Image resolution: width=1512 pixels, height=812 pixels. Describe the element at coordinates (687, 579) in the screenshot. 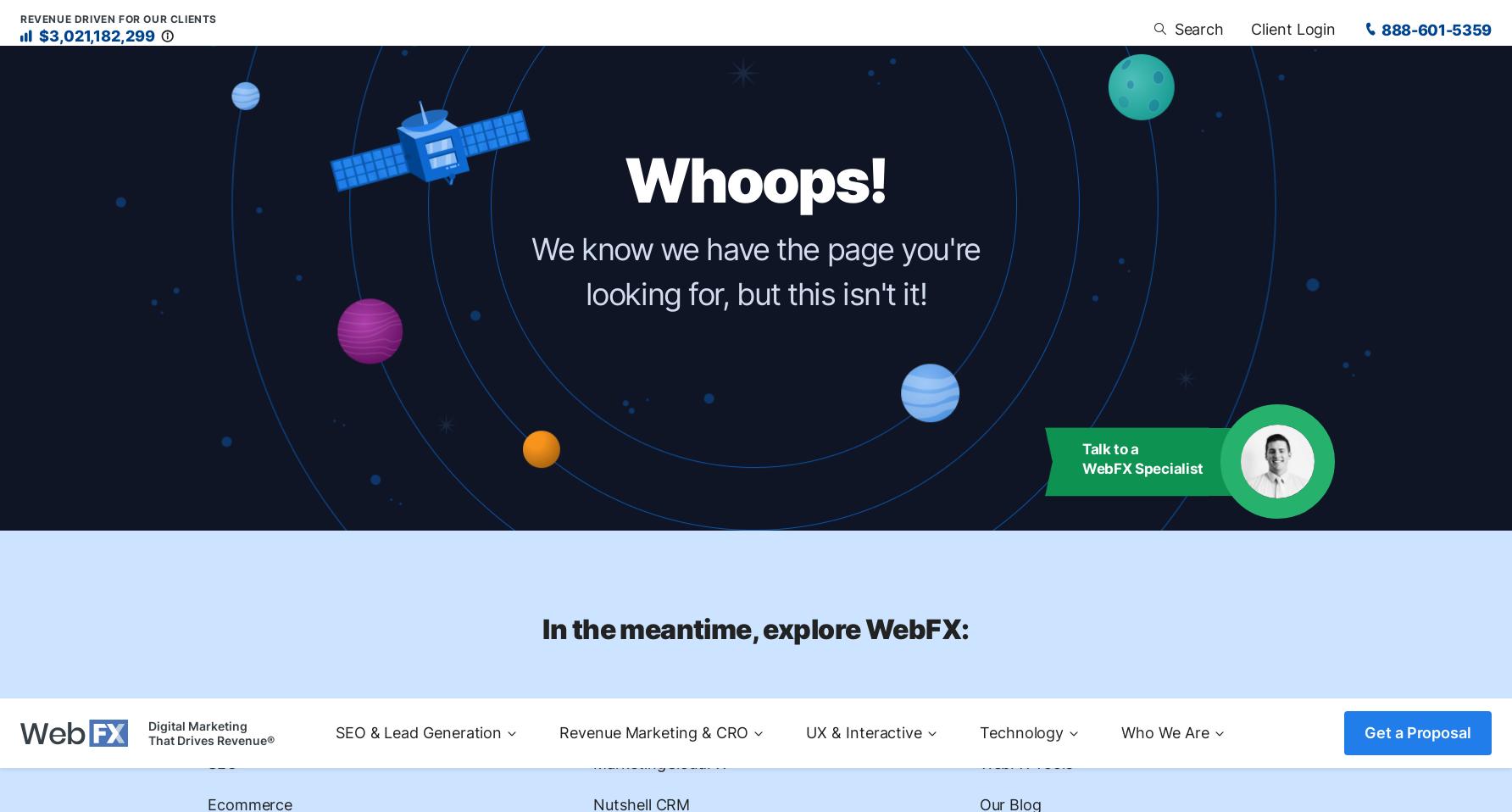

I see `'WebFX has been a pleasure to work with on our SEO needs and I look forward to working with them on future projects.'` at that location.